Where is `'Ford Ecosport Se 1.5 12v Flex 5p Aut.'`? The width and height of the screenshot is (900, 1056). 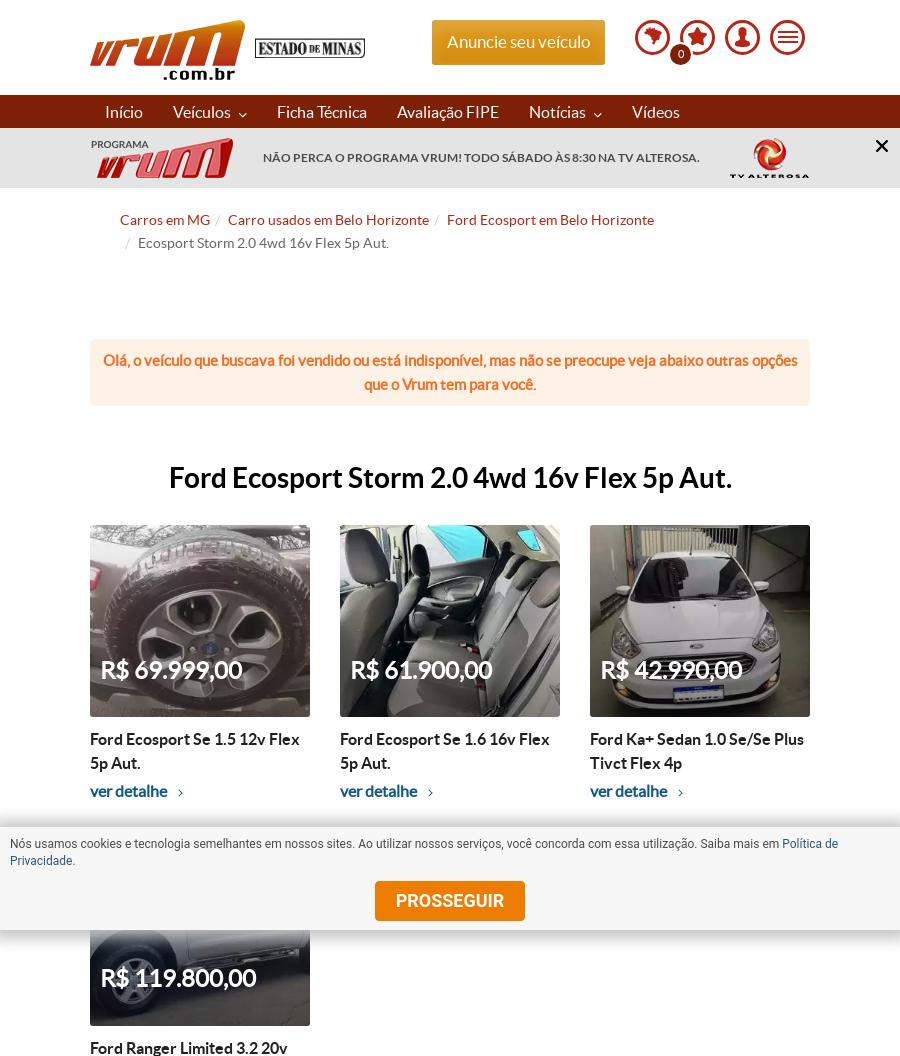 'Ford Ecosport Se 1.5 12v Flex 5p Aut.' is located at coordinates (195, 750).